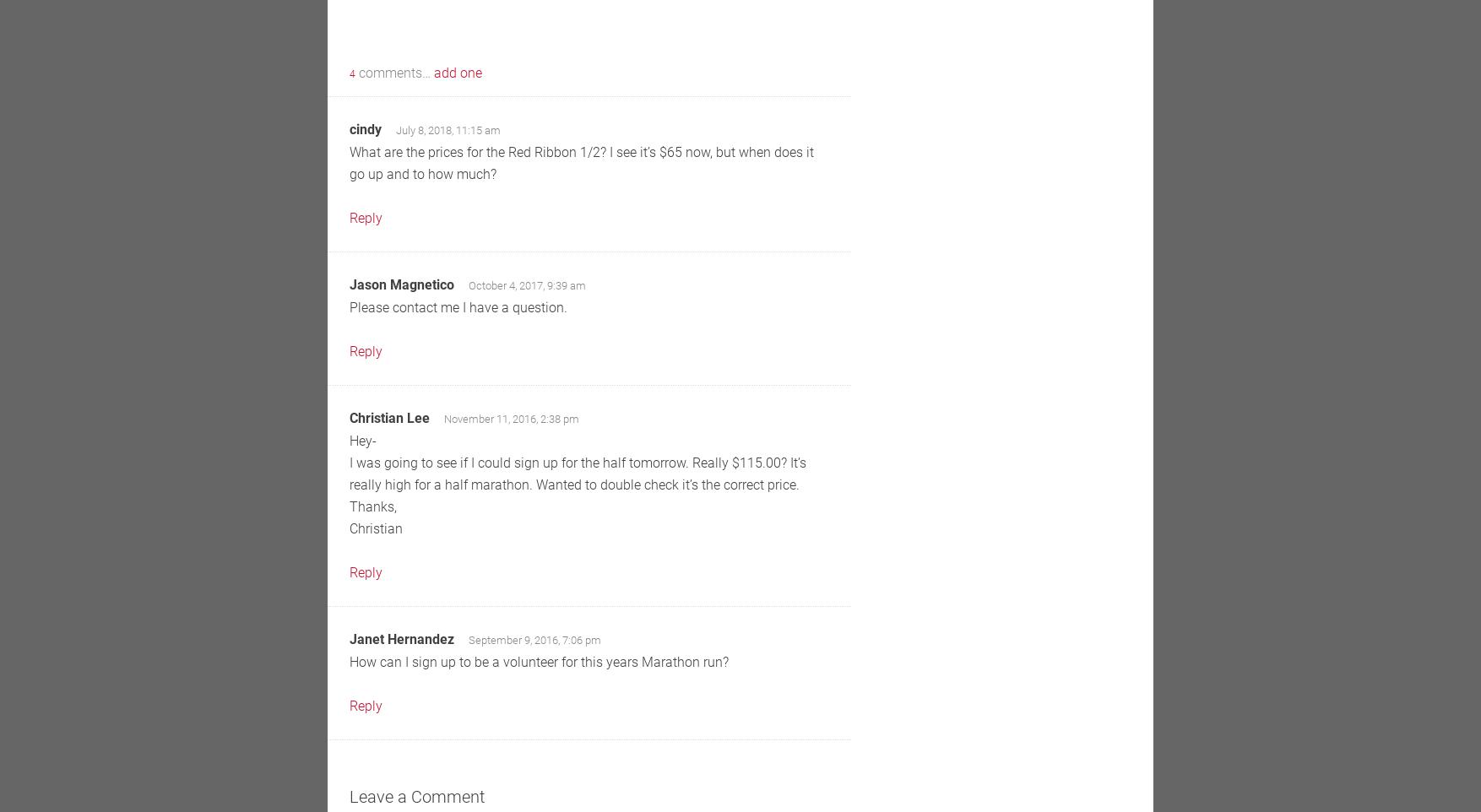 The width and height of the screenshot is (1481, 812). Describe the element at coordinates (415, 797) in the screenshot. I see `'Leave a Comment'` at that location.